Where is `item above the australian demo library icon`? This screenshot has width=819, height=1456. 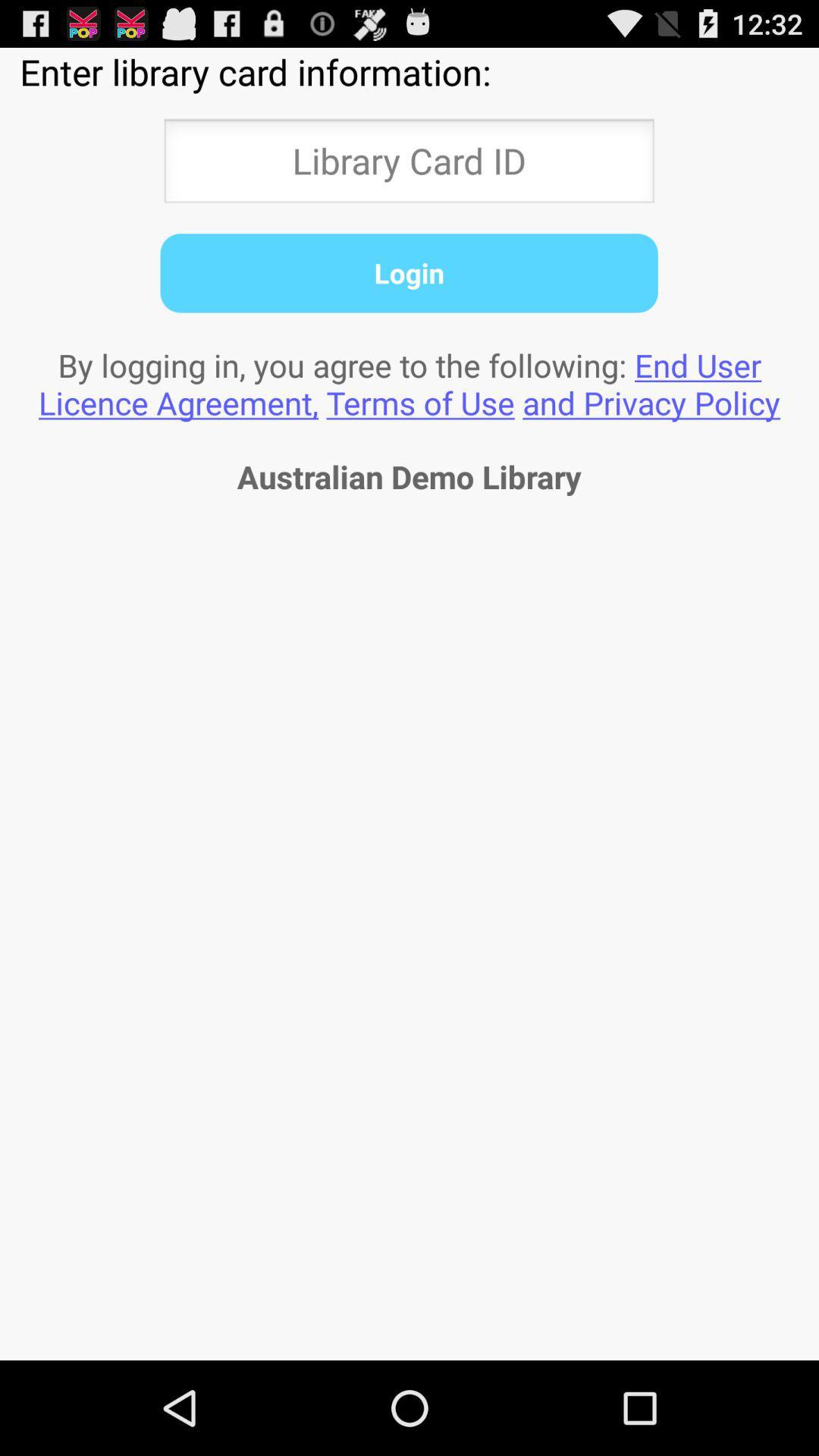
item above the australian demo library icon is located at coordinates (409, 384).